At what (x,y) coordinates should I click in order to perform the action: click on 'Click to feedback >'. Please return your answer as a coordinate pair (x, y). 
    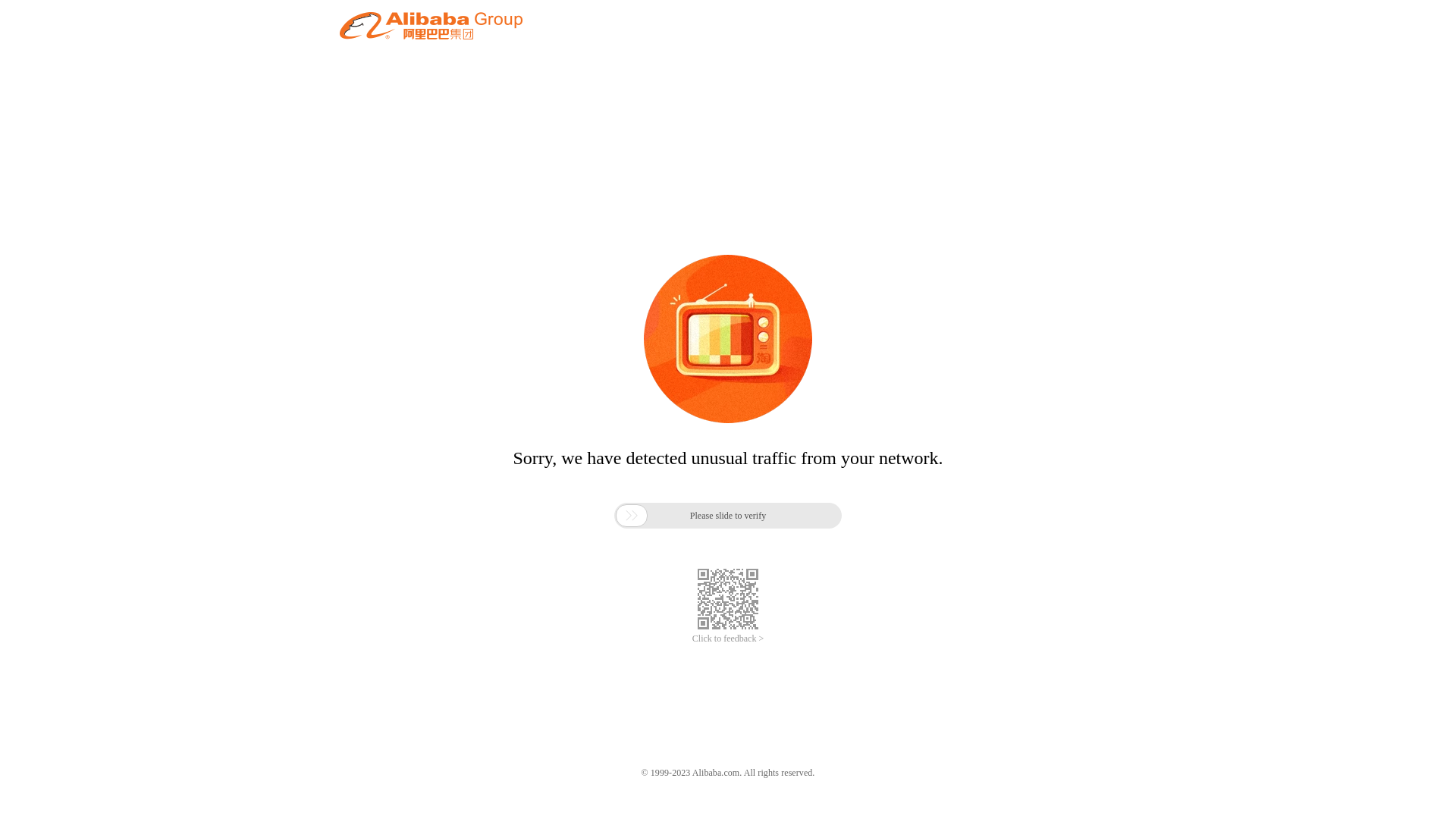
    Looking at the image, I should click on (728, 639).